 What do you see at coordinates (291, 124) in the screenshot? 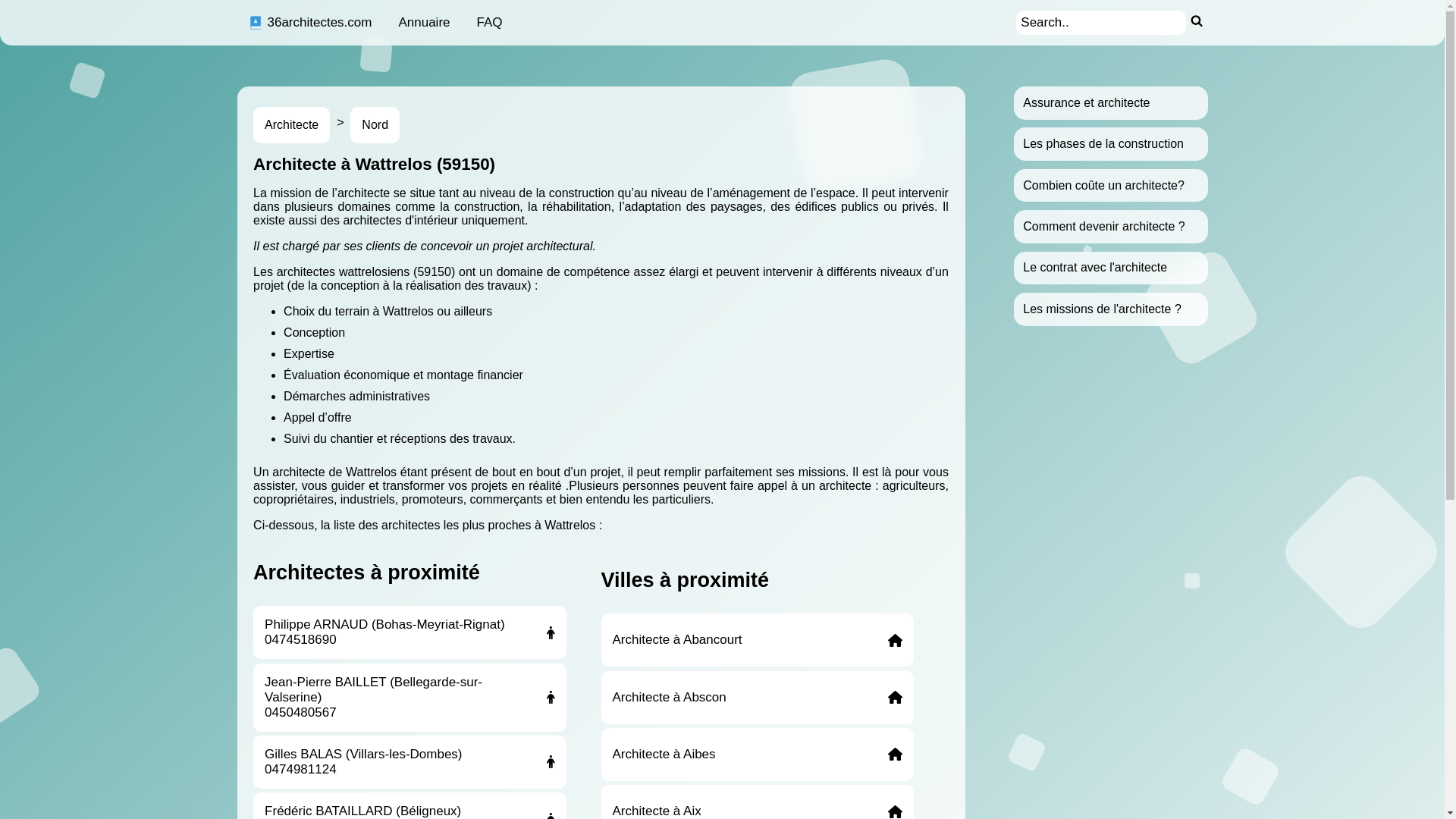
I see `'Architecte'` at bounding box center [291, 124].